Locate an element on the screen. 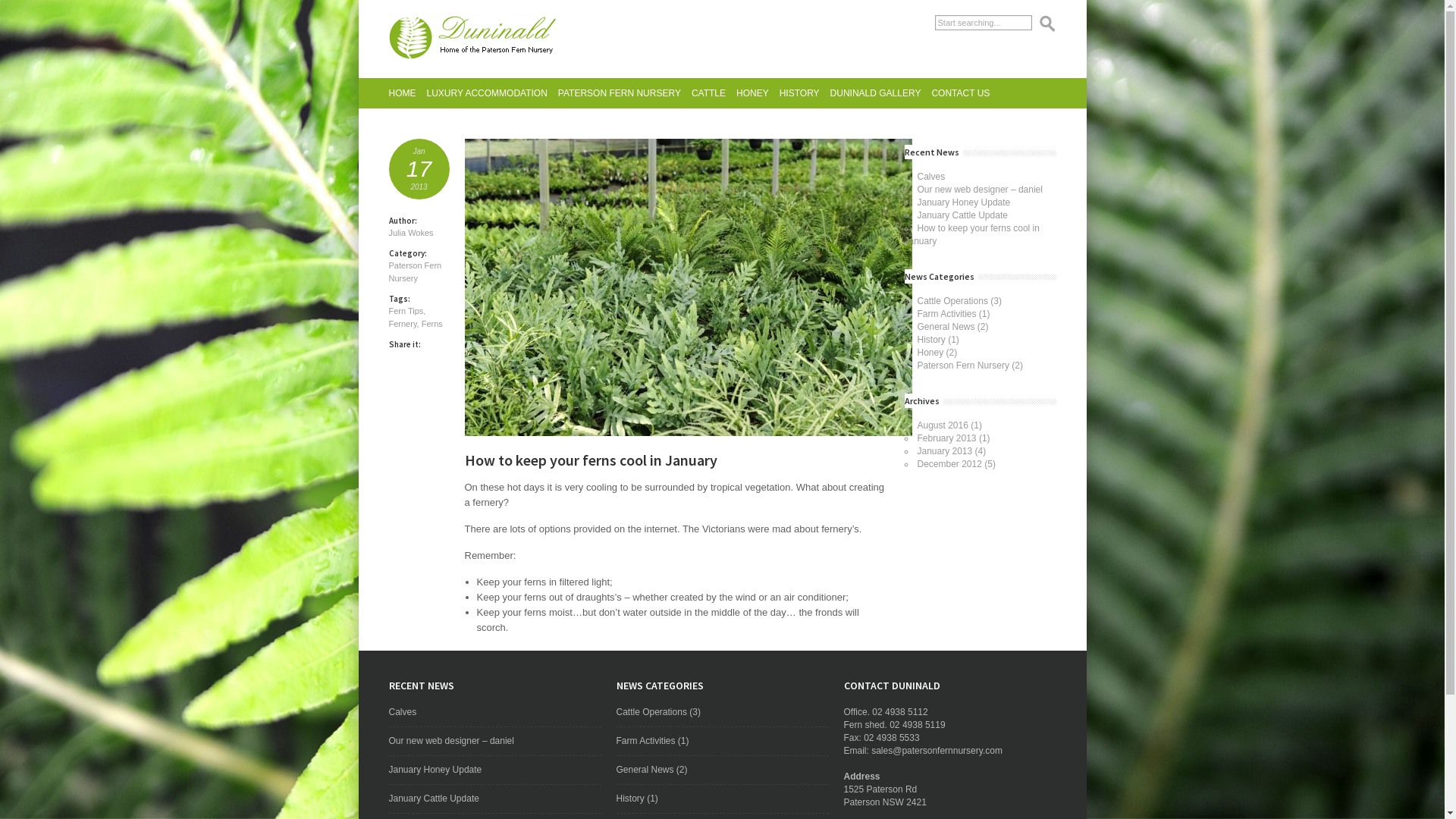 The width and height of the screenshot is (1456, 819). 'HOME' is located at coordinates (401, 93).